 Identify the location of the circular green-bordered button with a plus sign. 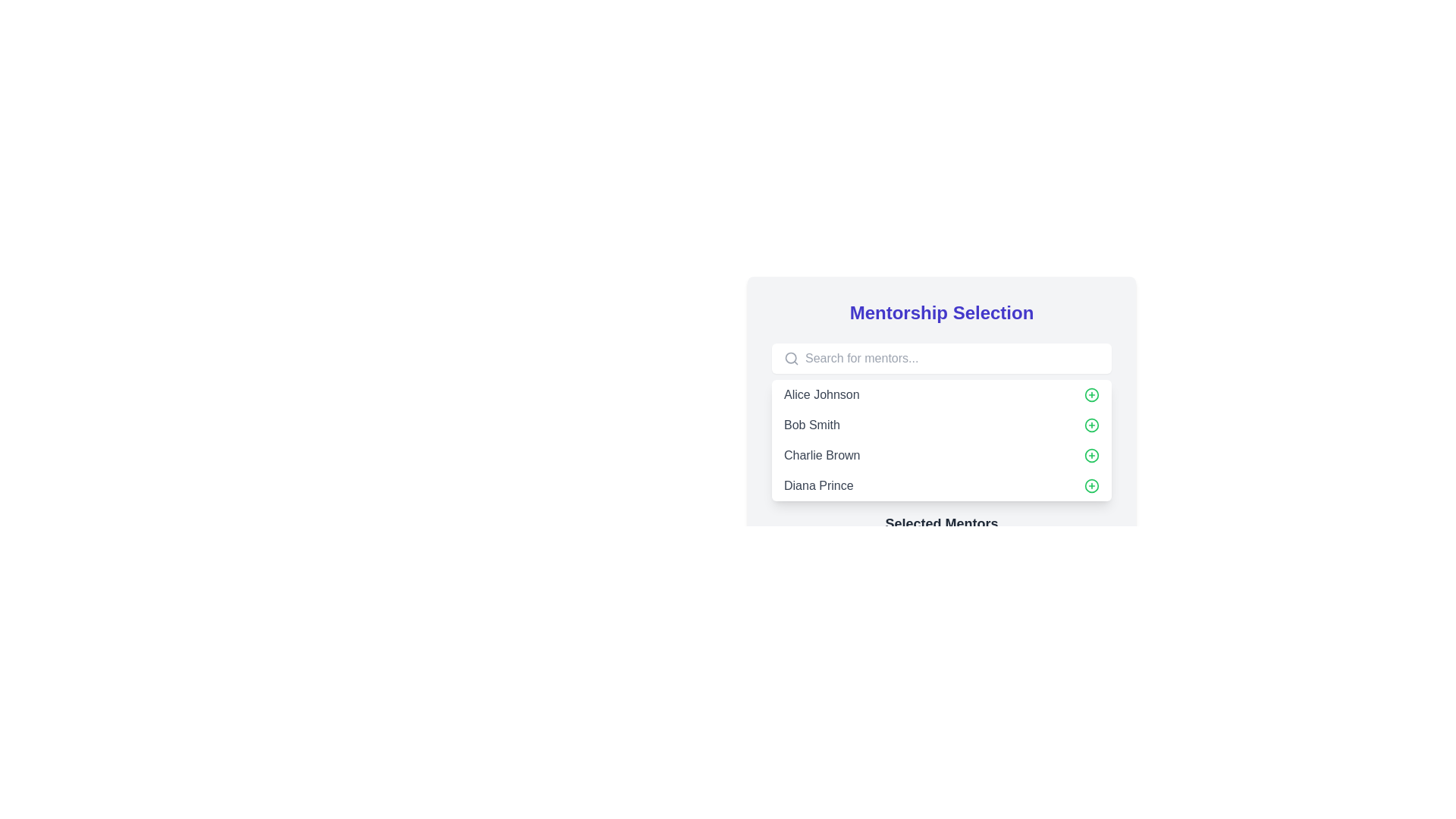
(1092, 455).